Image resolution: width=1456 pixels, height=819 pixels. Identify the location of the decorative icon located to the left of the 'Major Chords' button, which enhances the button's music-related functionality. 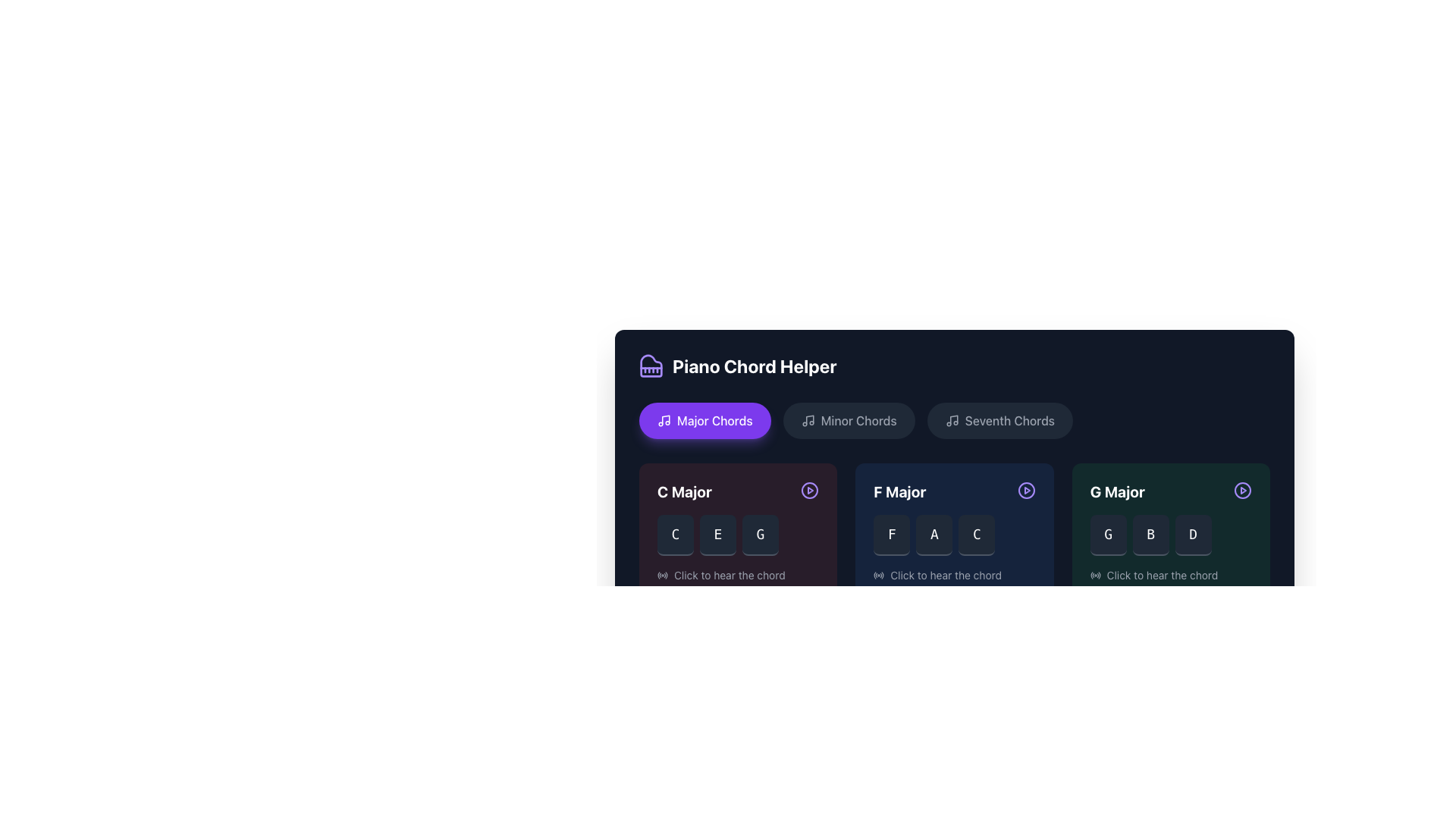
(664, 421).